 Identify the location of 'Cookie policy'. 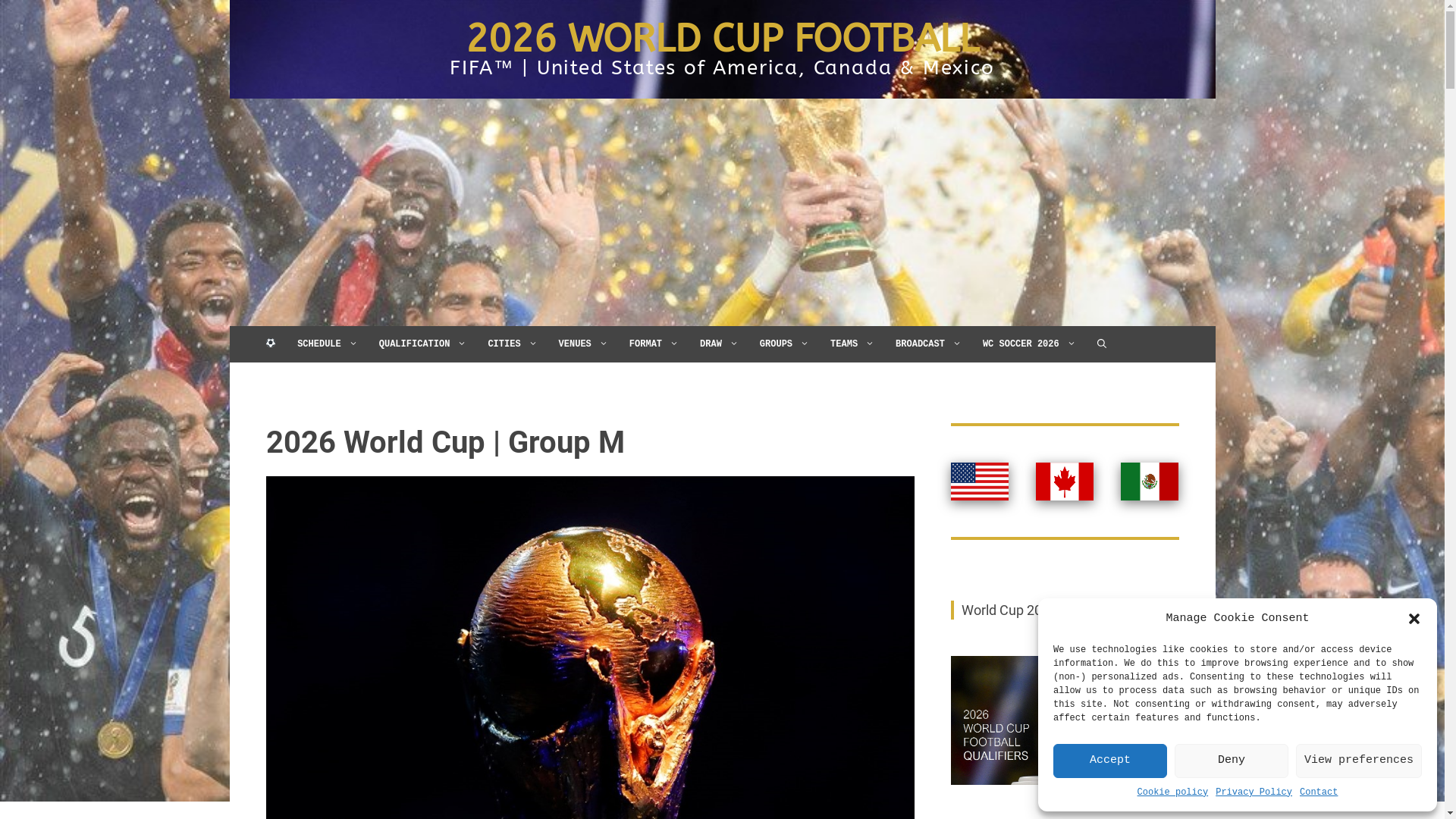
(1172, 792).